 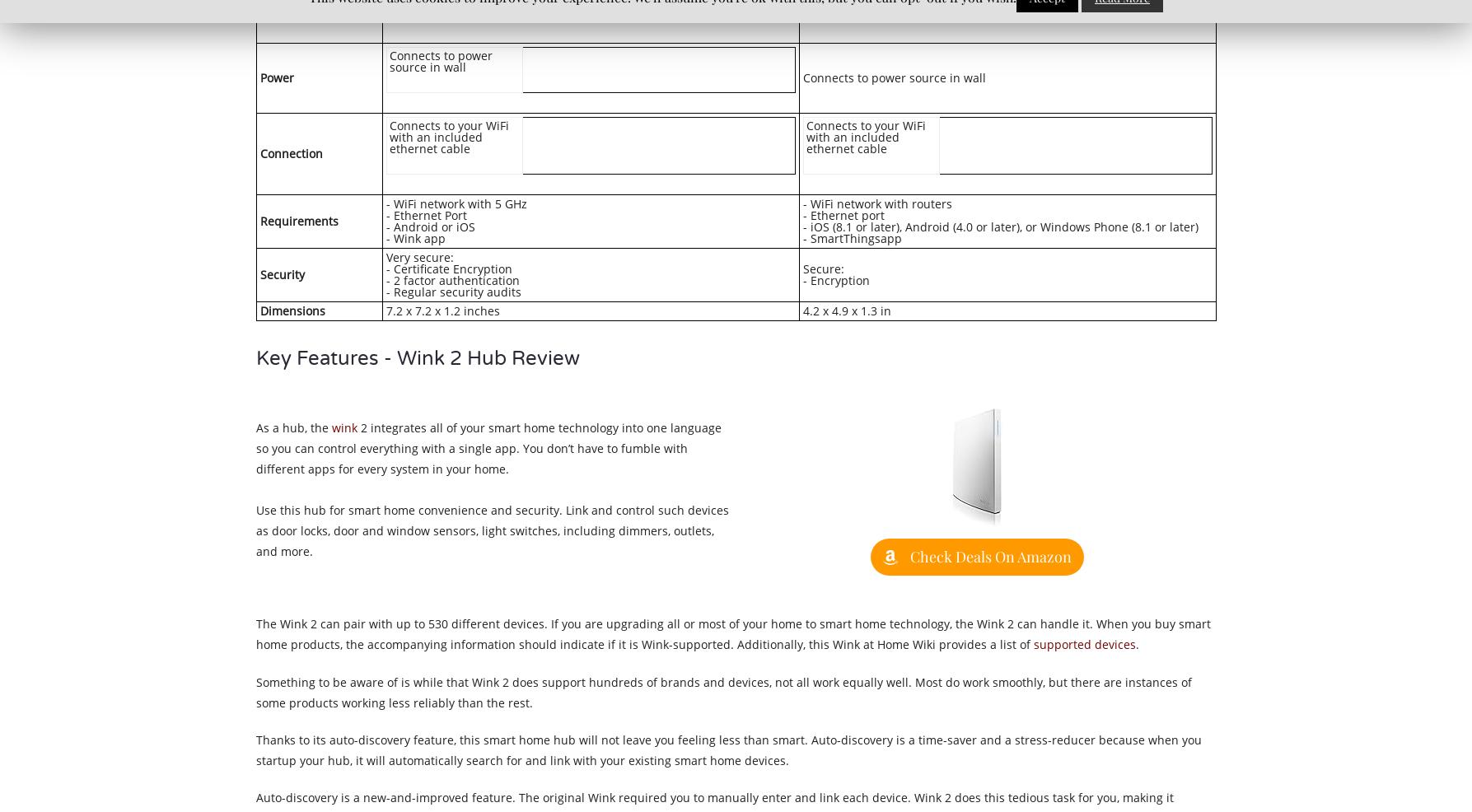 I want to click on '- Ethernet Port', so click(x=427, y=214).